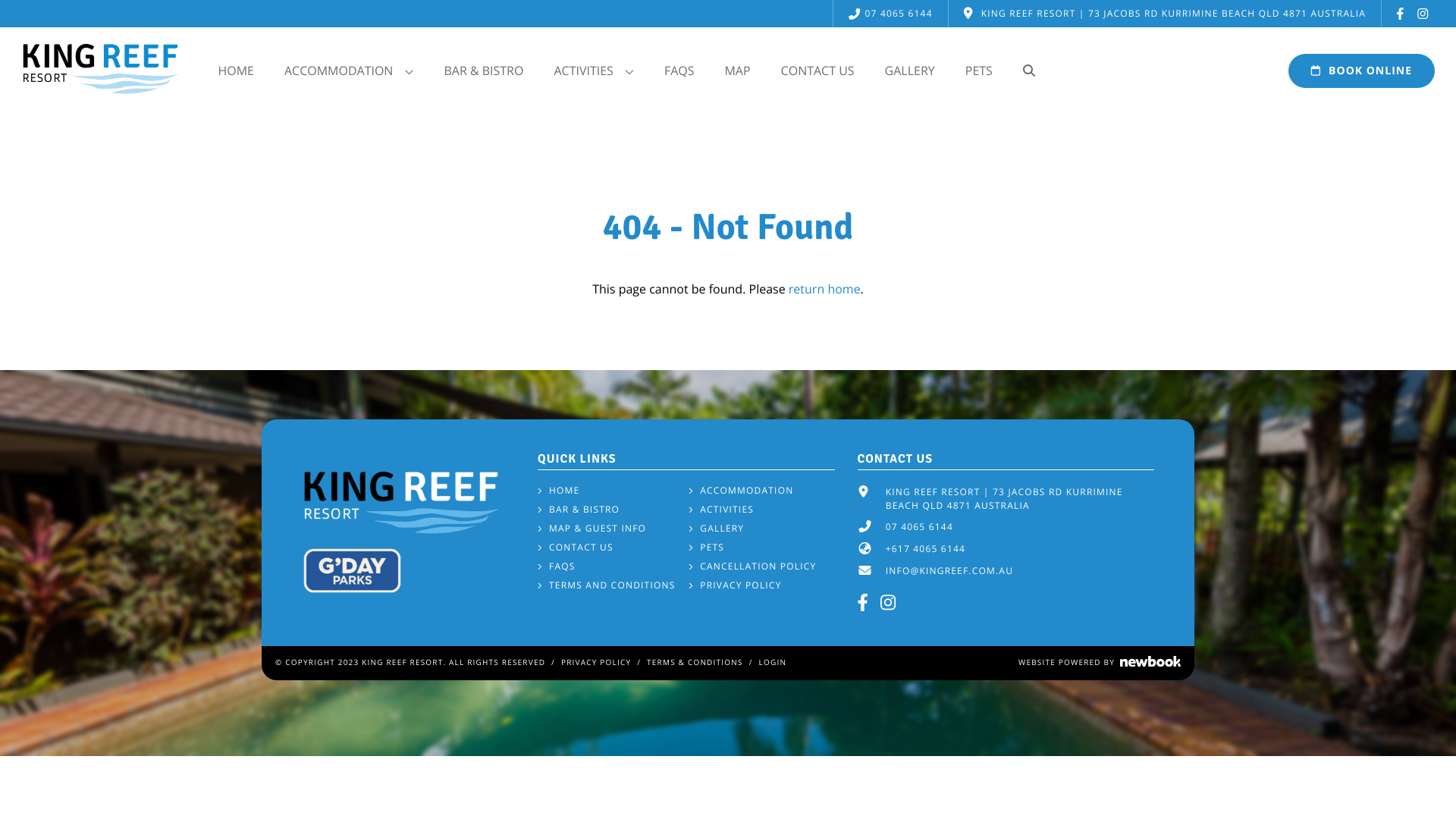  I want to click on 'GALLERY', so click(715, 528).